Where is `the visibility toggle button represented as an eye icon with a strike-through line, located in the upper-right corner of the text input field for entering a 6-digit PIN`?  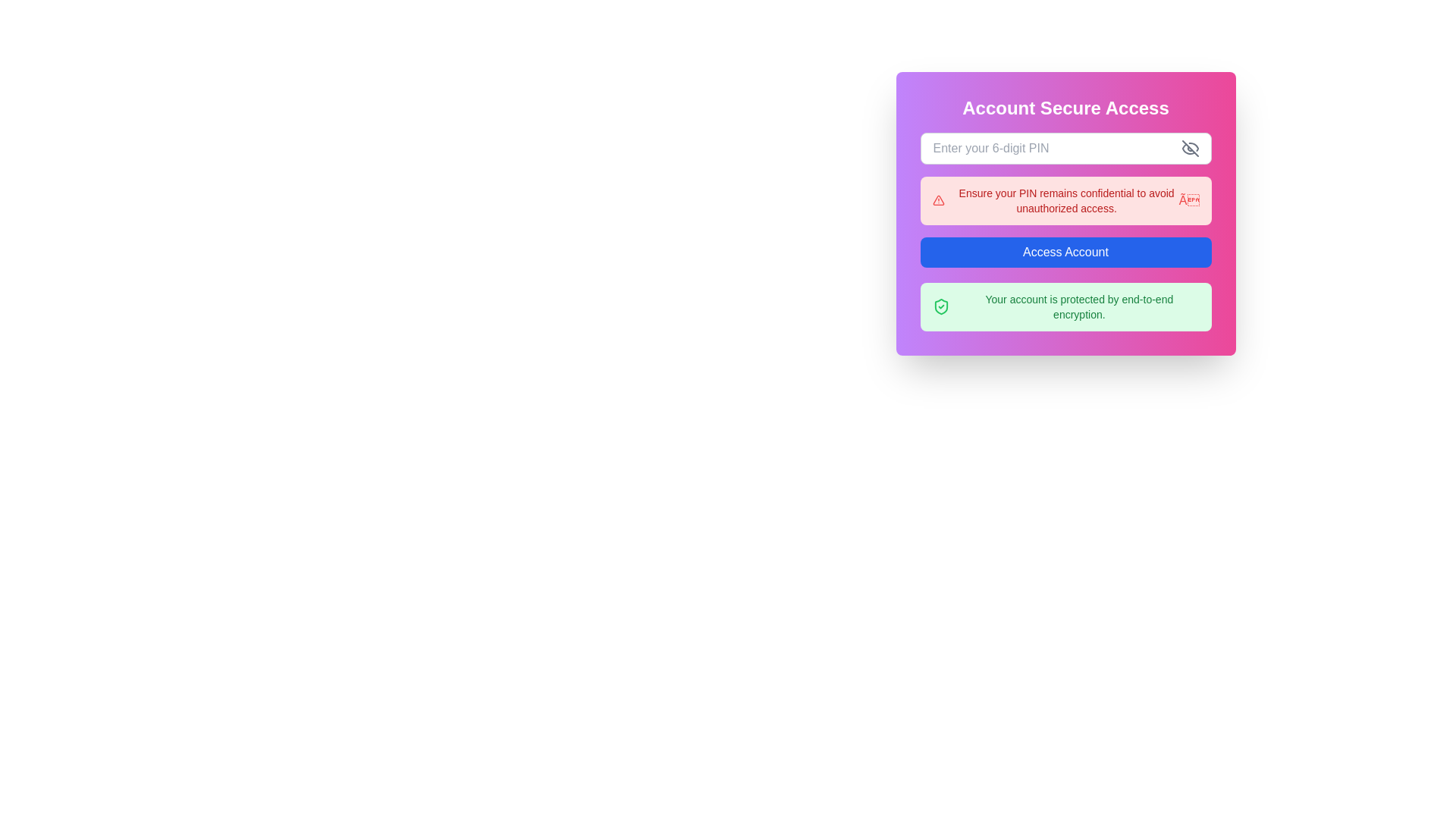
the visibility toggle button represented as an eye icon with a strike-through line, located in the upper-right corner of the text input field for entering a 6-digit PIN is located at coordinates (1189, 149).